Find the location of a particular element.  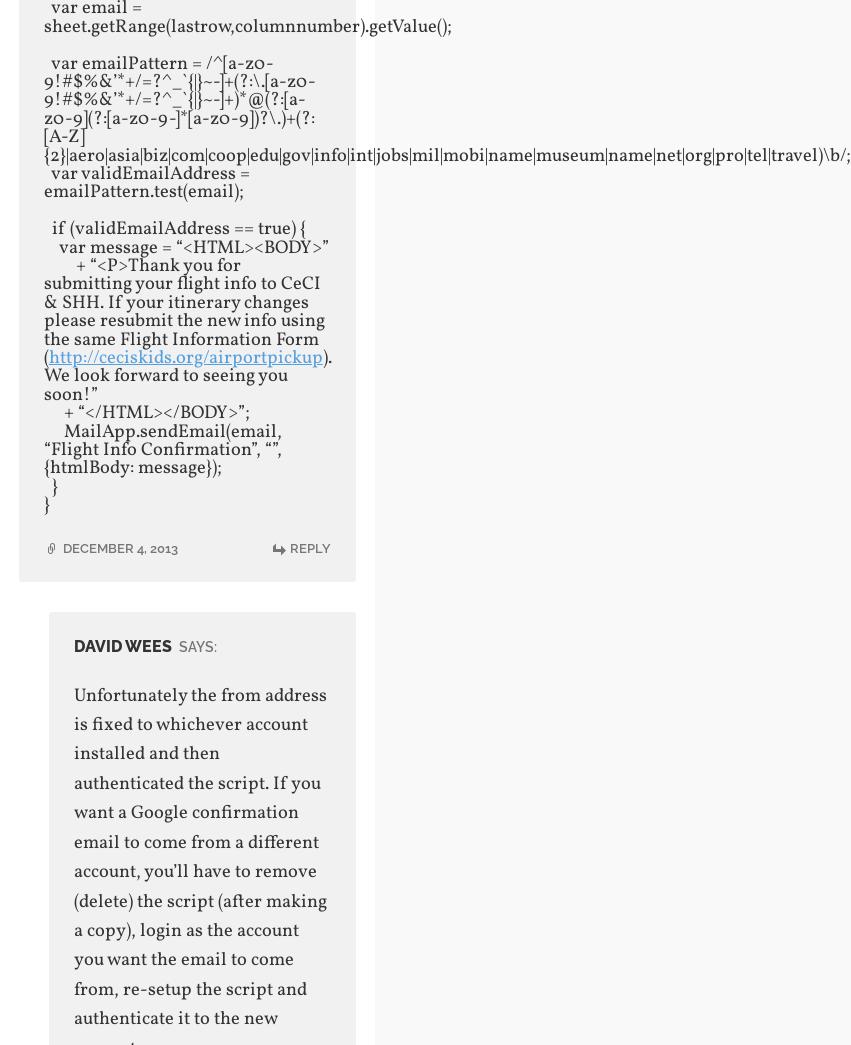

'says:' is located at coordinates (195, 646).